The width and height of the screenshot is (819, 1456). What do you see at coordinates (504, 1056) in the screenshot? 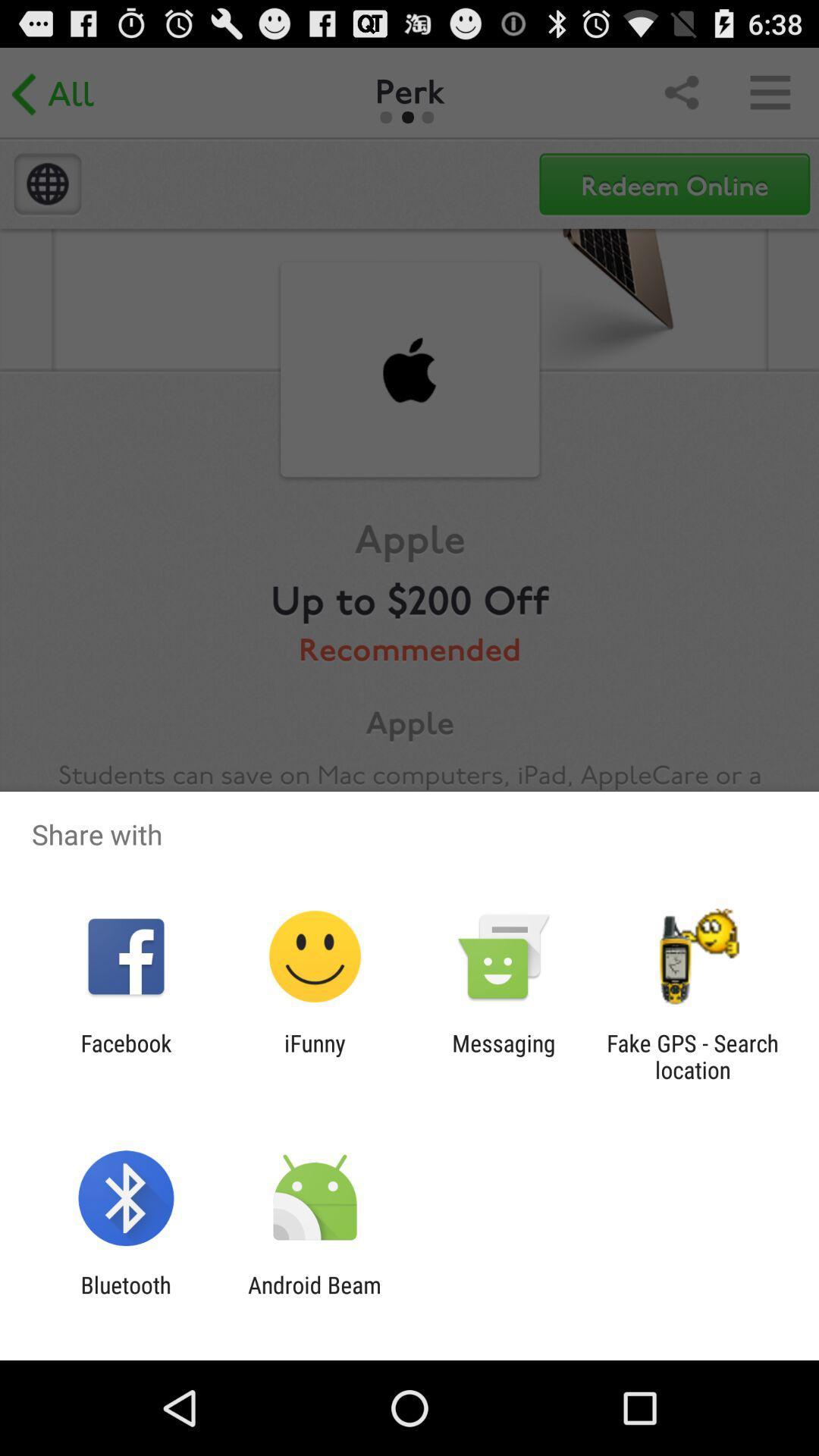
I see `icon to the left of fake gps search app` at bounding box center [504, 1056].